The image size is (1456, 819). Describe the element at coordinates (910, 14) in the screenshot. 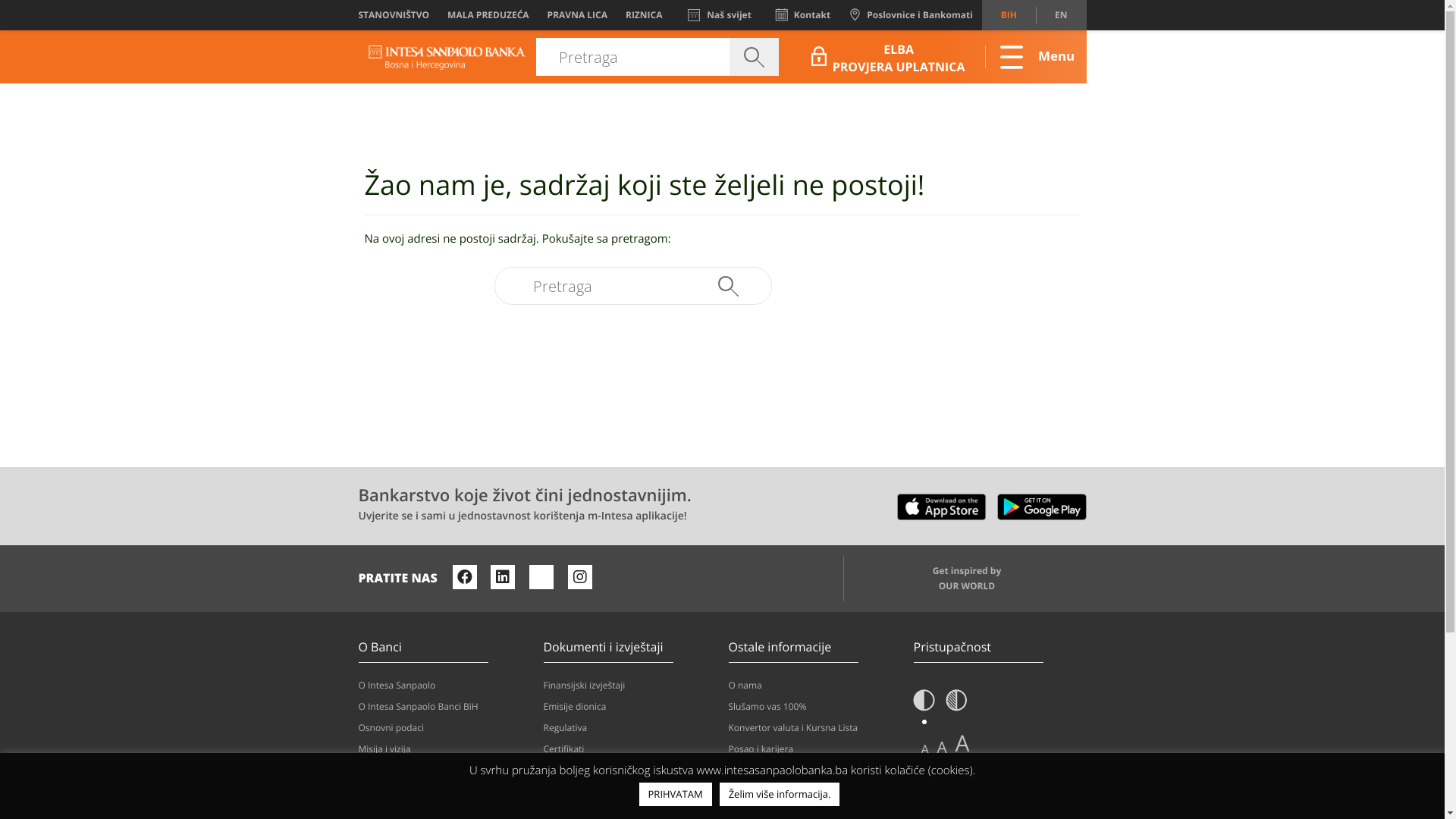

I see `'Poslovnice i Bankomati'` at that location.